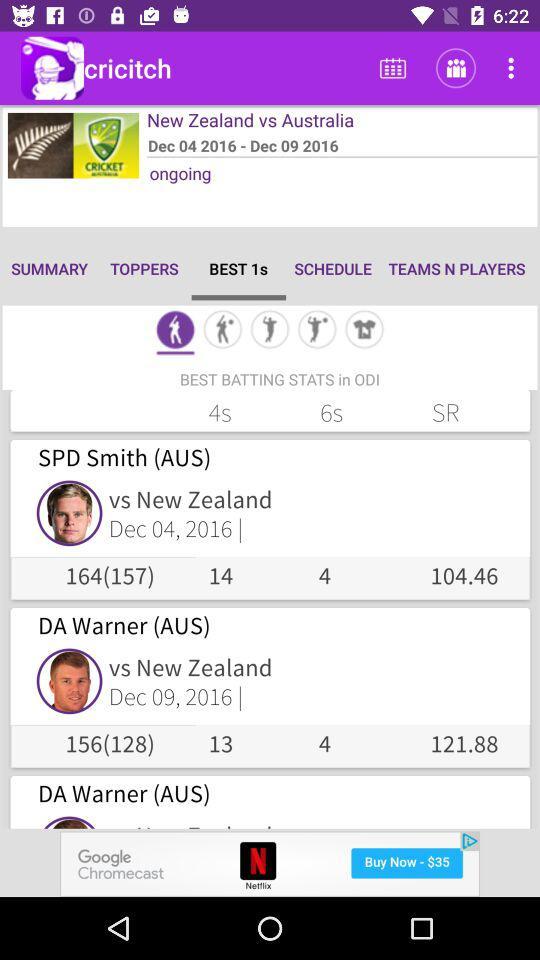 The width and height of the screenshot is (540, 960). I want to click on the avatar icon, so click(270, 331).